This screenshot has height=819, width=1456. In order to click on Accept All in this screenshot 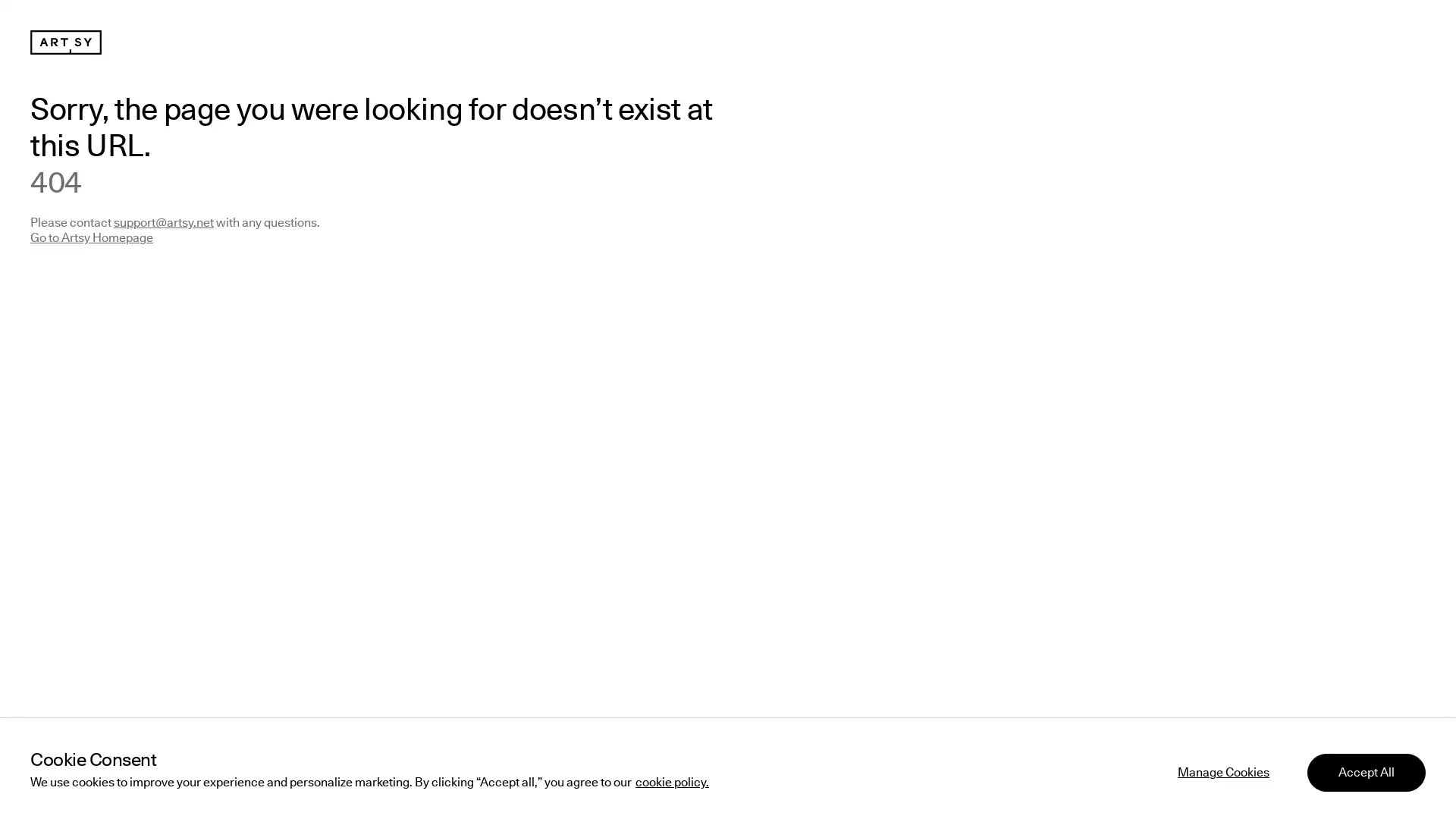, I will do `click(1366, 769)`.